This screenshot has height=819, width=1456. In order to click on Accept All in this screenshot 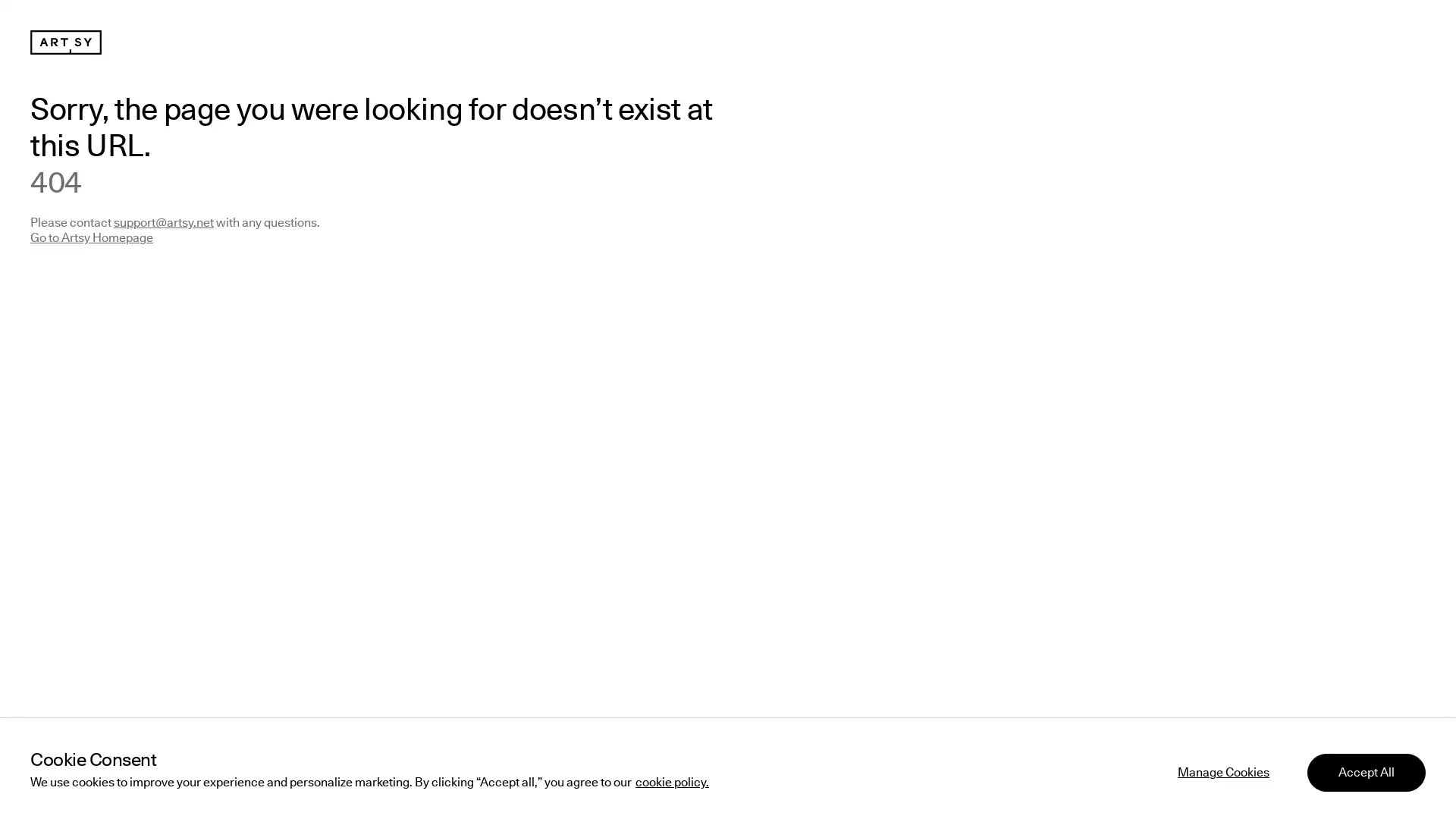, I will do `click(1366, 769)`.